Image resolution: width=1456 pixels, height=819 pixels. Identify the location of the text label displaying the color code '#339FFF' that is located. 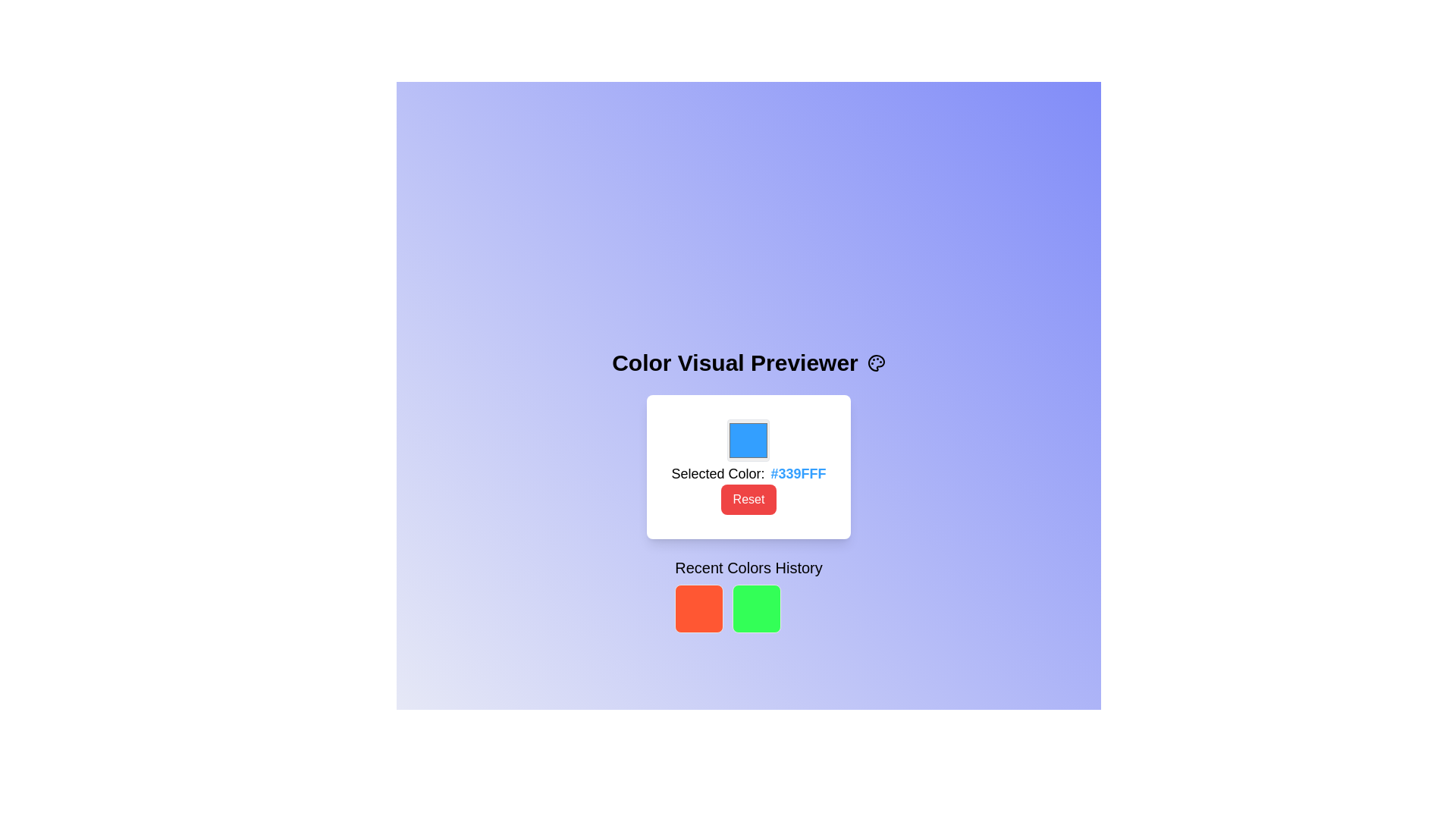
(798, 472).